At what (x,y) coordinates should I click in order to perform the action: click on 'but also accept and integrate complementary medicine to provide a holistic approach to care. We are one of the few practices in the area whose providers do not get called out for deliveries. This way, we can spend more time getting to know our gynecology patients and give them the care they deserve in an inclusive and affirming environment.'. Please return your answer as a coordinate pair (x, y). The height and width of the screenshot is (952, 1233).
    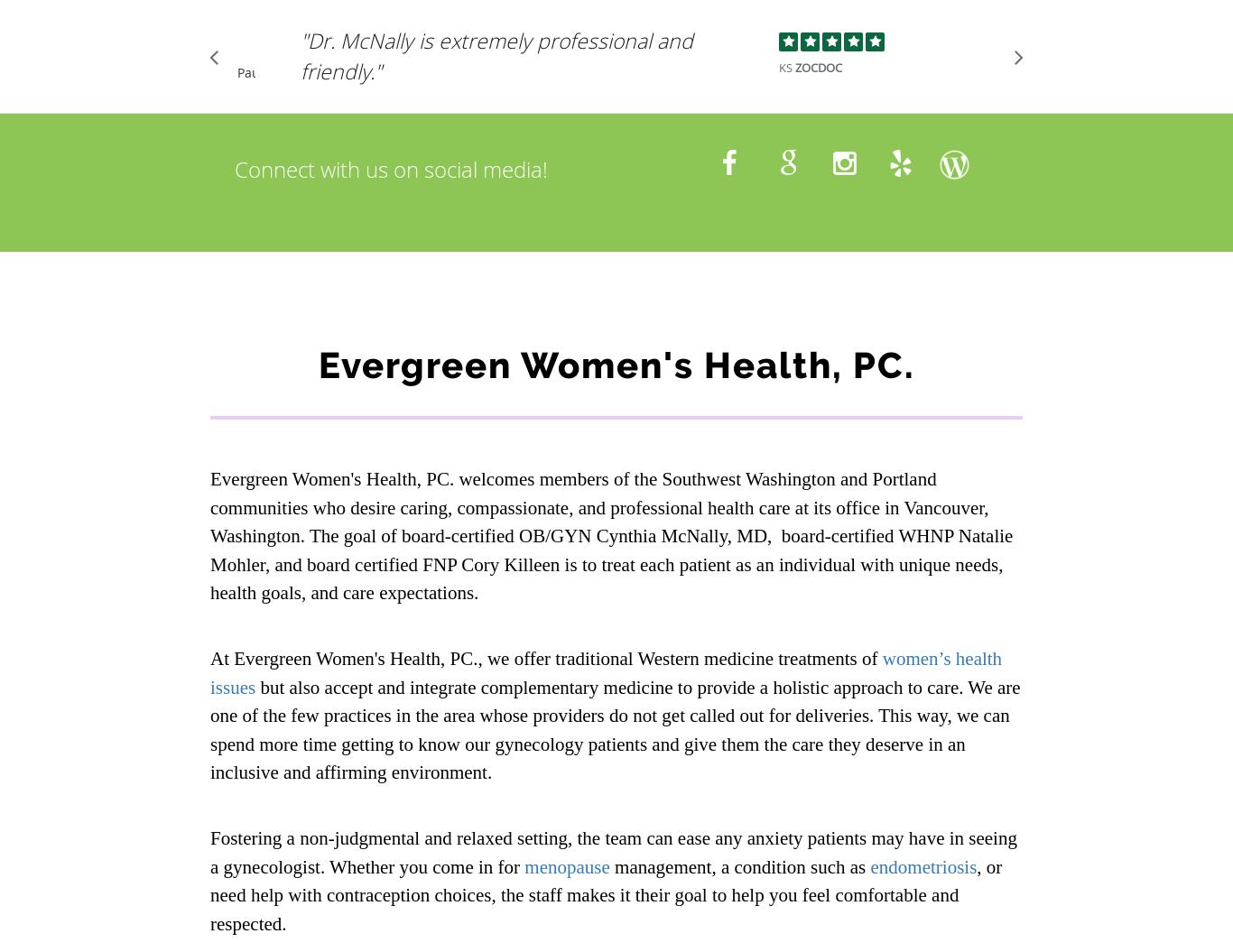
    Looking at the image, I should click on (614, 728).